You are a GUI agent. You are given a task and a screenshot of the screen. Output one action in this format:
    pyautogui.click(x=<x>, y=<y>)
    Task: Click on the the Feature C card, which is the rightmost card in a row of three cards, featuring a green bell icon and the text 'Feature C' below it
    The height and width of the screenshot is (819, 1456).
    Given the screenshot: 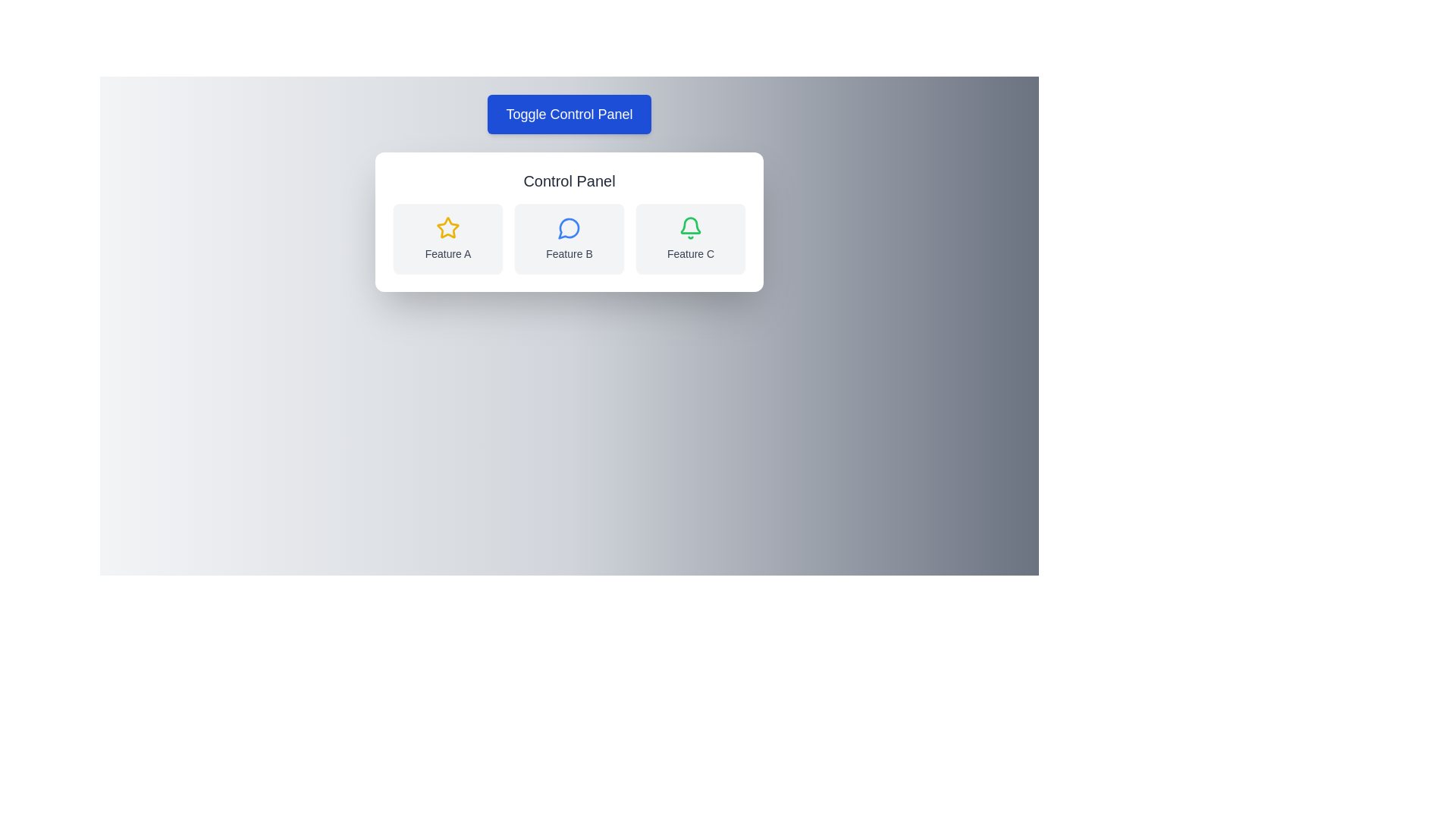 What is the action you would take?
    pyautogui.click(x=690, y=239)
    